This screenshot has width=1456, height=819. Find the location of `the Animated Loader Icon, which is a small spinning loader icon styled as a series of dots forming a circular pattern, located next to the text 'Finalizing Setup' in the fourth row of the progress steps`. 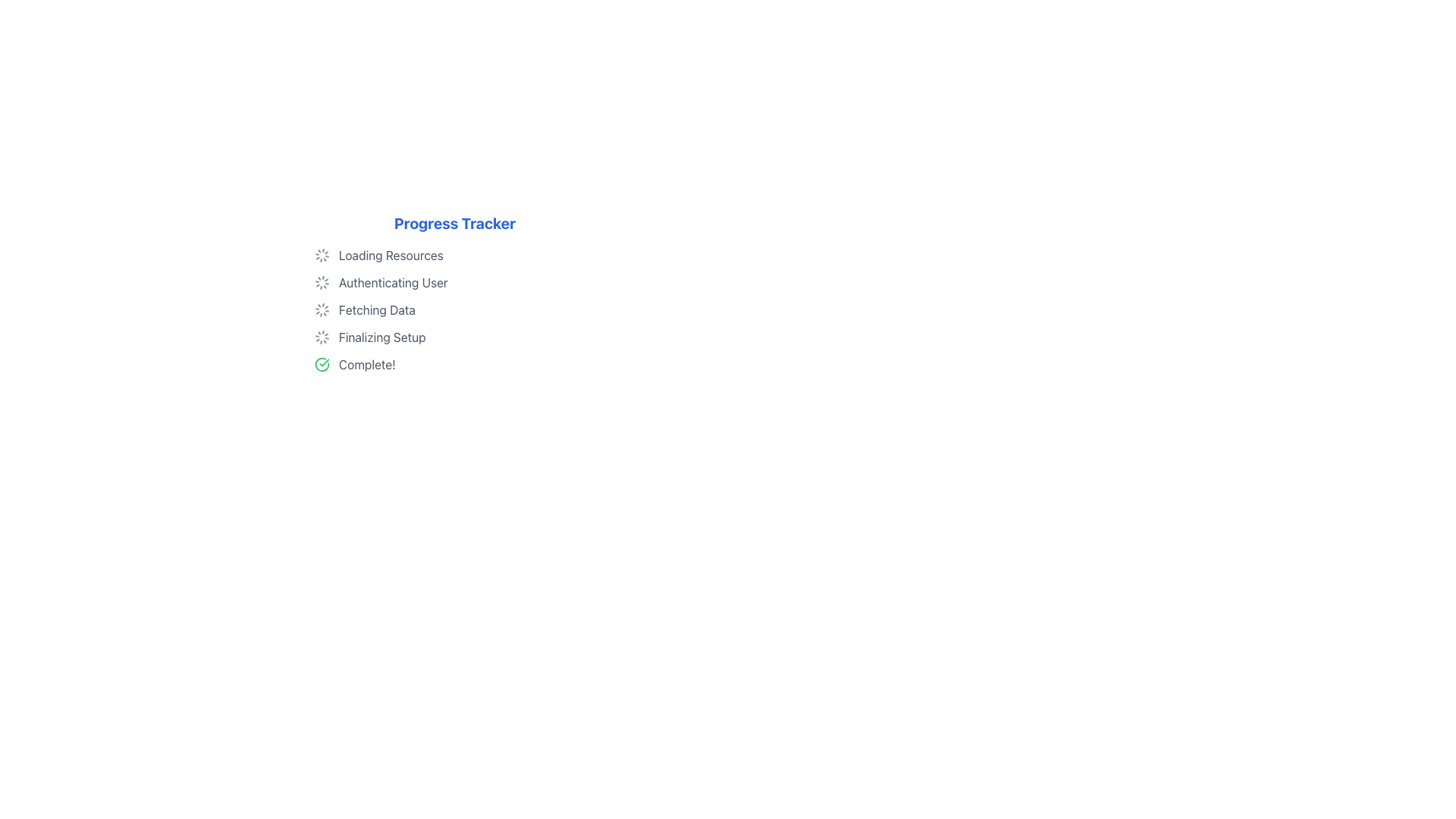

the Animated Loader Icon, which is a small spinning loader icon styled as a series of dots forming a circular pattern, located next to the text 'Finalizing Setup' in the fourth row of the progress steps is located at coordinates (322, 336).